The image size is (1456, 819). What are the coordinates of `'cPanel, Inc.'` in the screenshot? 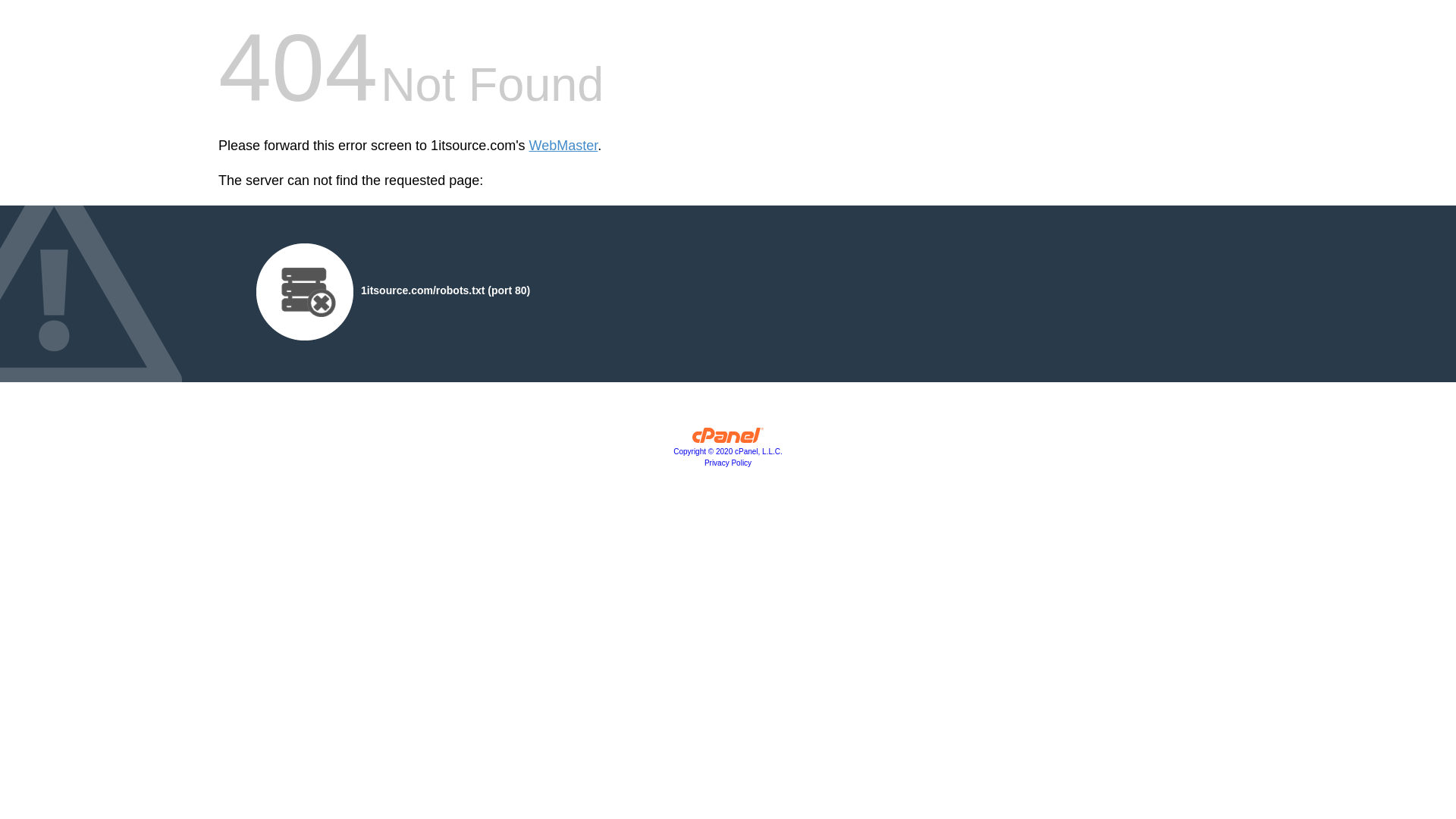 It's located at (728, 438).